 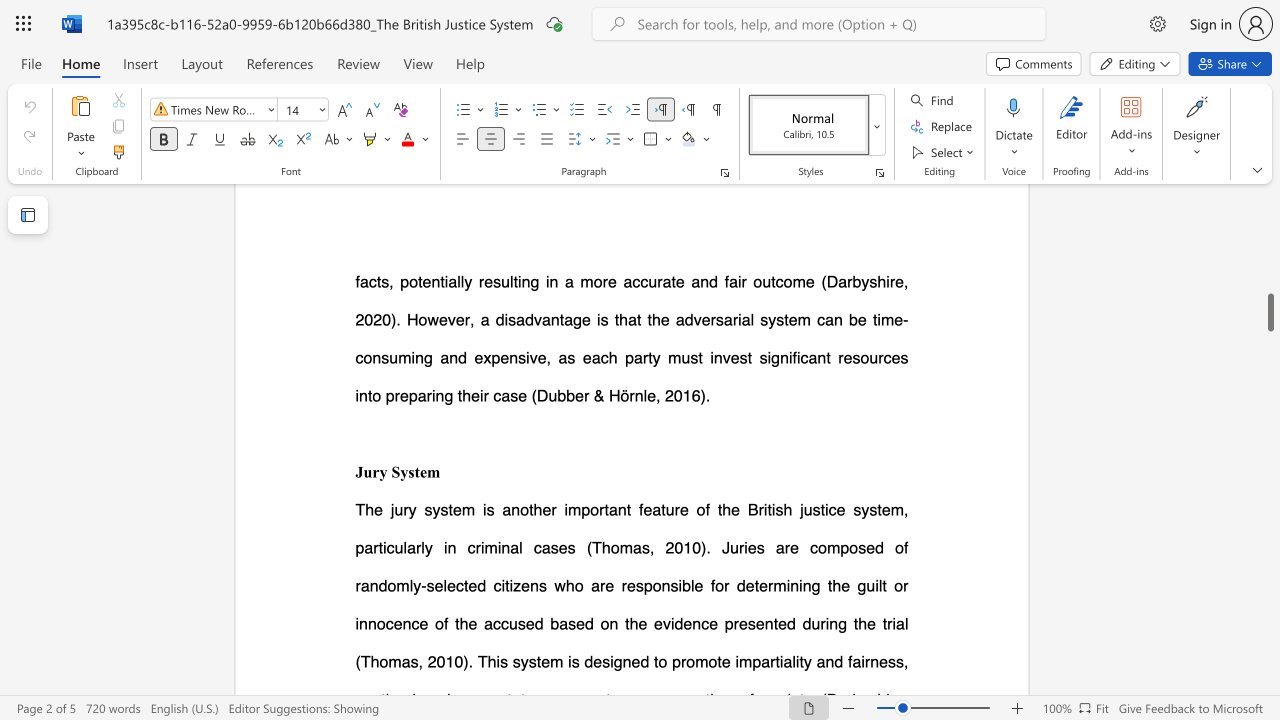 I want to click on the scrollbar, so click(x=1269, y=270).